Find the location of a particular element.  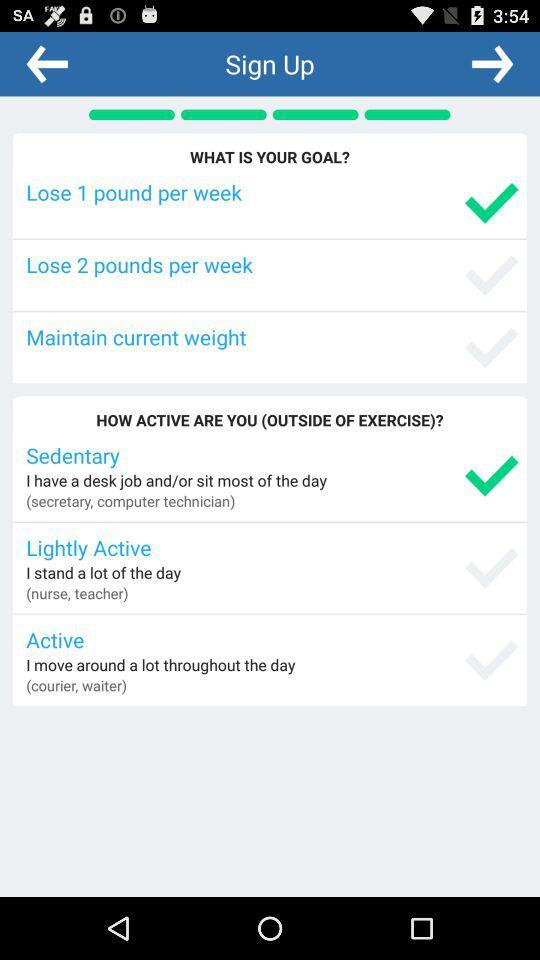

app below (secretary, computer technician) app is located at coordinates (271, 547).